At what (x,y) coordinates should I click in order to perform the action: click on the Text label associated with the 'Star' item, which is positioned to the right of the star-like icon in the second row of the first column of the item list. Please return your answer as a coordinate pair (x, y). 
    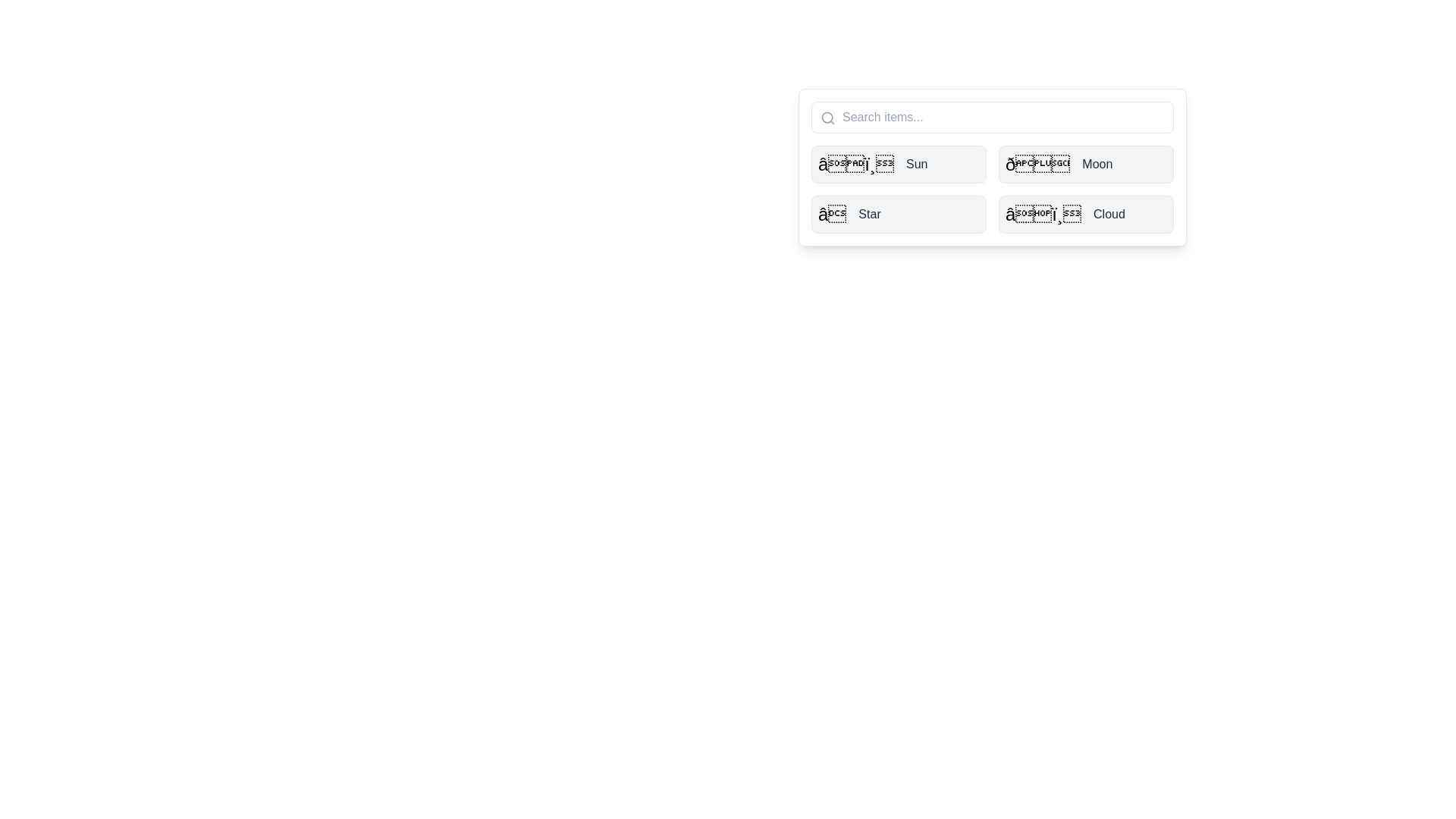
    Looking at the image, I should click on (870, 214).